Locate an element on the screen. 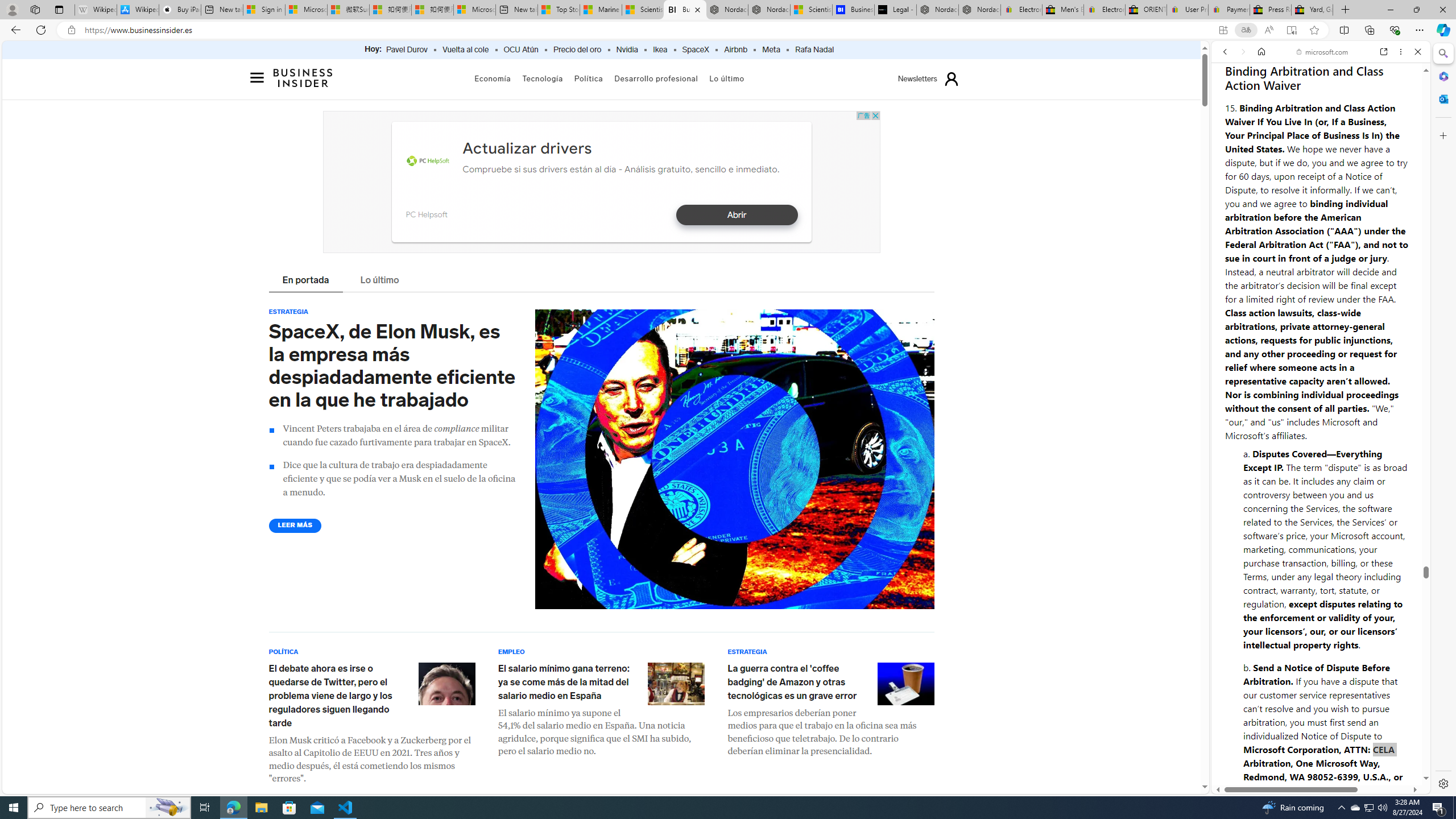 The height and width of the screenshot is (819, 1456). 'Enter Immersive Reader (F9)' is located at coordinates (1291, 30).